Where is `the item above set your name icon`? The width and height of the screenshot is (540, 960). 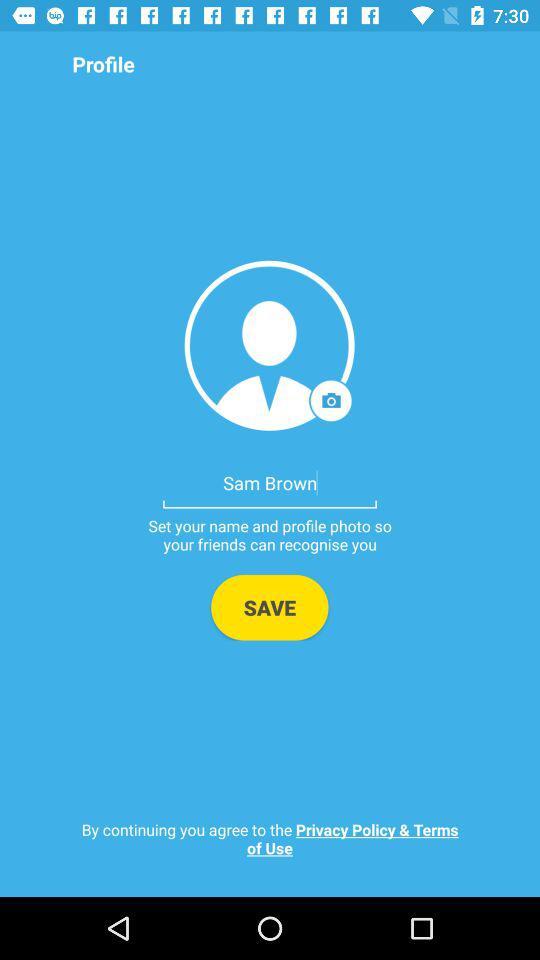
the item above set your name icon is located at coordinates (270, 481).